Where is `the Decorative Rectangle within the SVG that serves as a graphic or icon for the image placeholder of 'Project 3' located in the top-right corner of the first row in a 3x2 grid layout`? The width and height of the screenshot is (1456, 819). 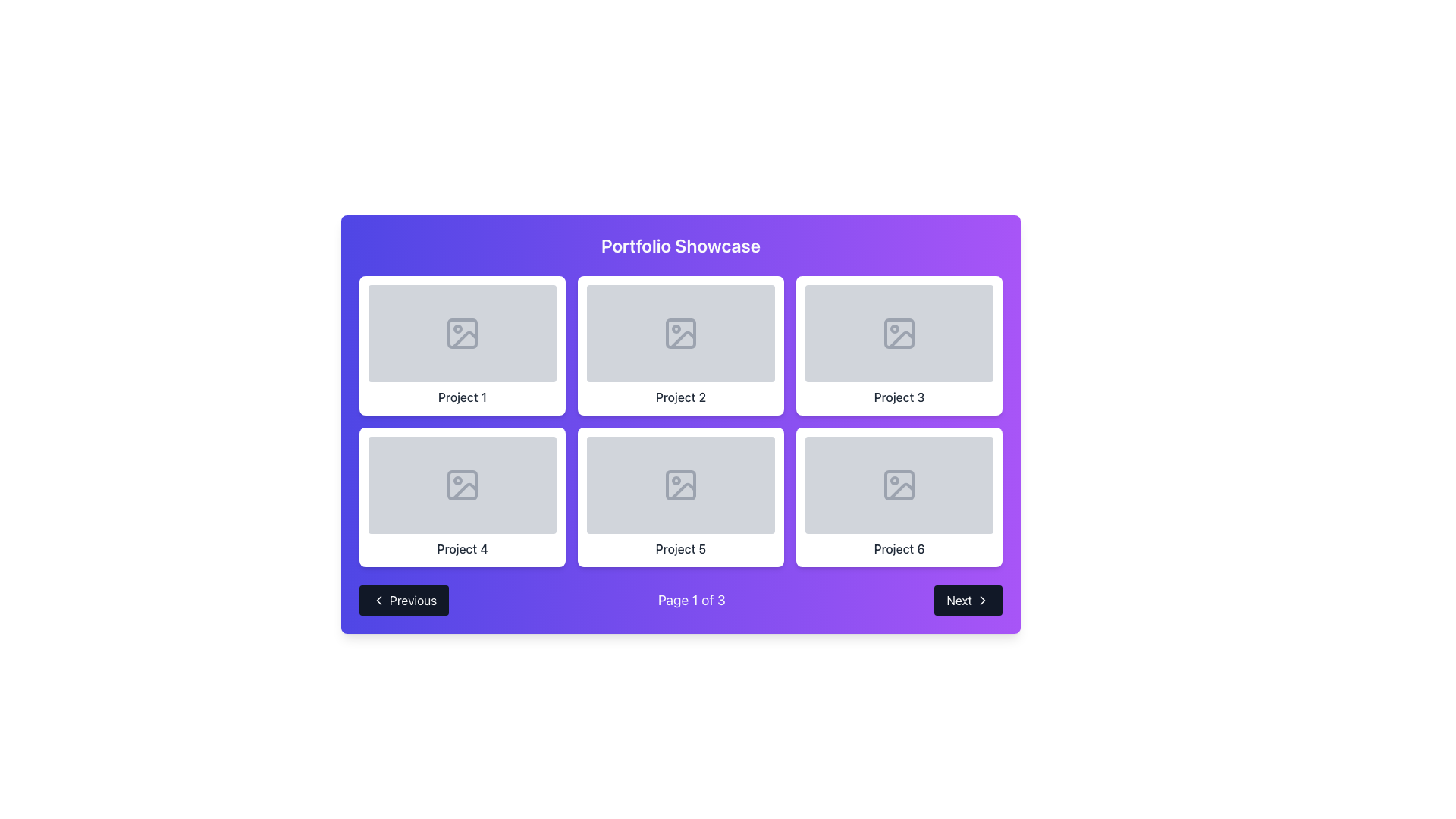
the Decorative Rectangle within the SVG that serves as a graphic or icon for the image placeholder of 'Project 3' located in the top-right corner of the first row in a 3x2 grid layout is located at coordinates (899, 332).